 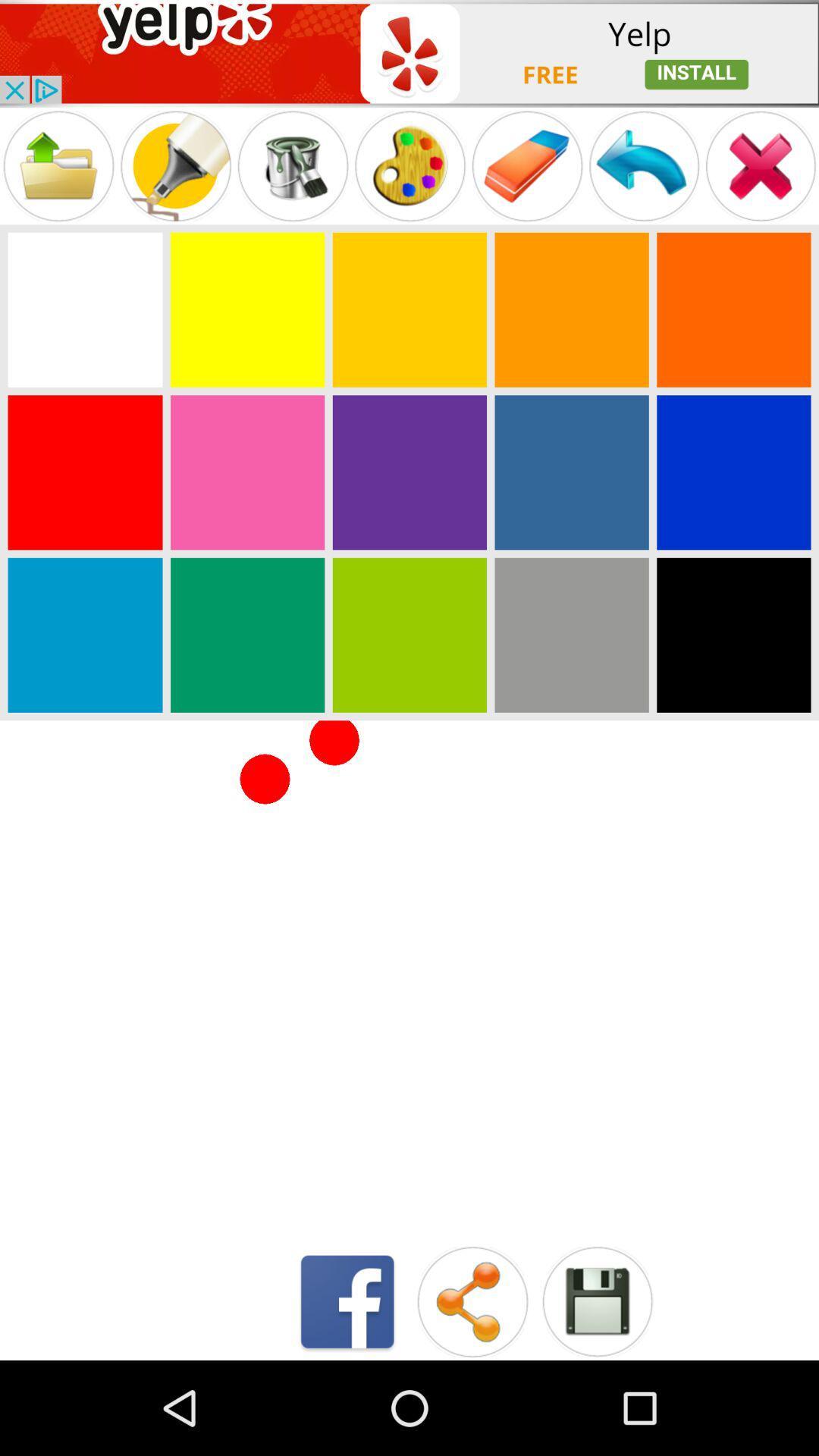 What do you see at coordinates (472, 1301) in the screenshot?
I see `share button` at bounding box center [472, 1301].